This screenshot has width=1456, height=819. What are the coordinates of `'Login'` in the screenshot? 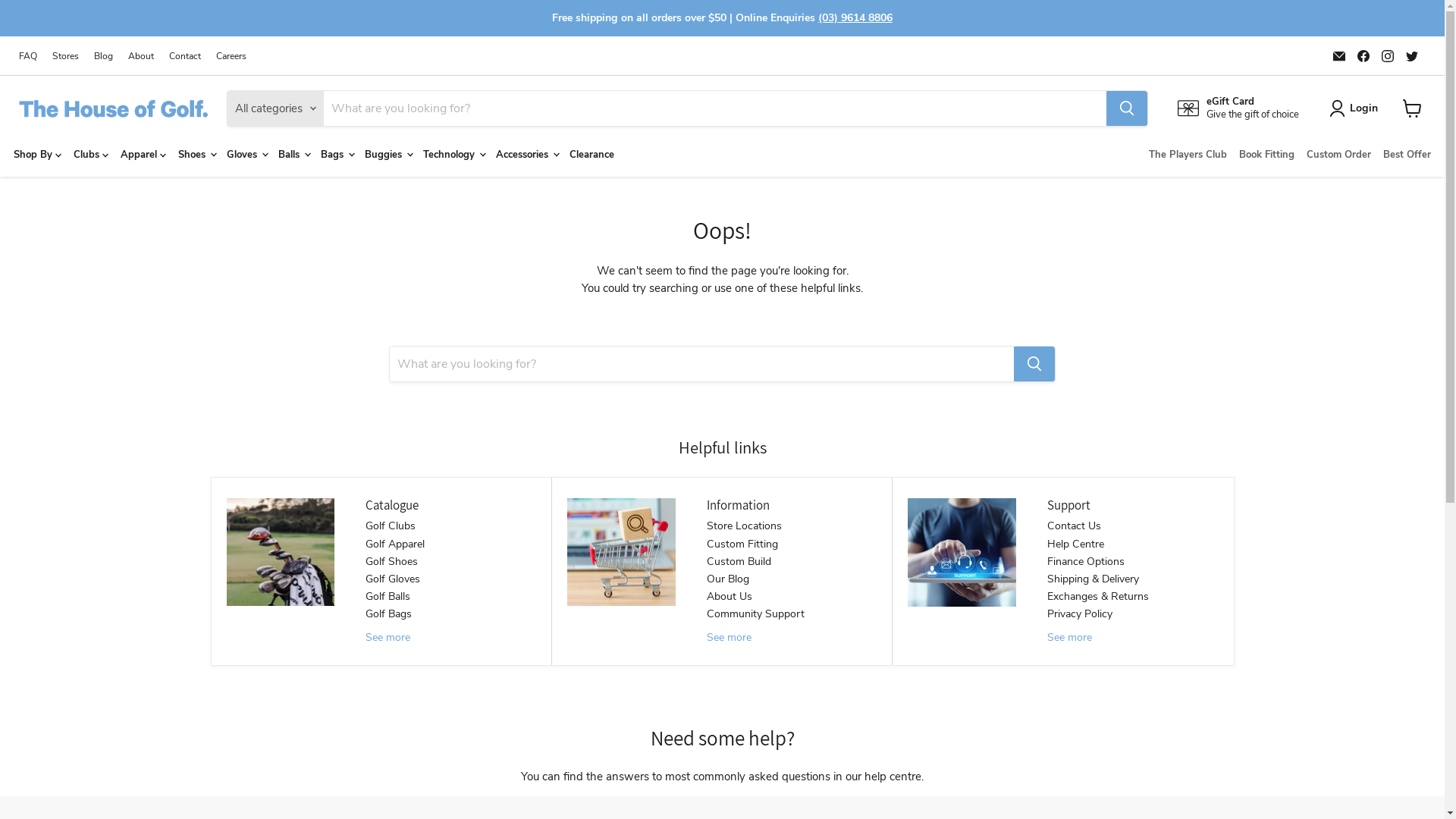 It's located at (1357, 107).